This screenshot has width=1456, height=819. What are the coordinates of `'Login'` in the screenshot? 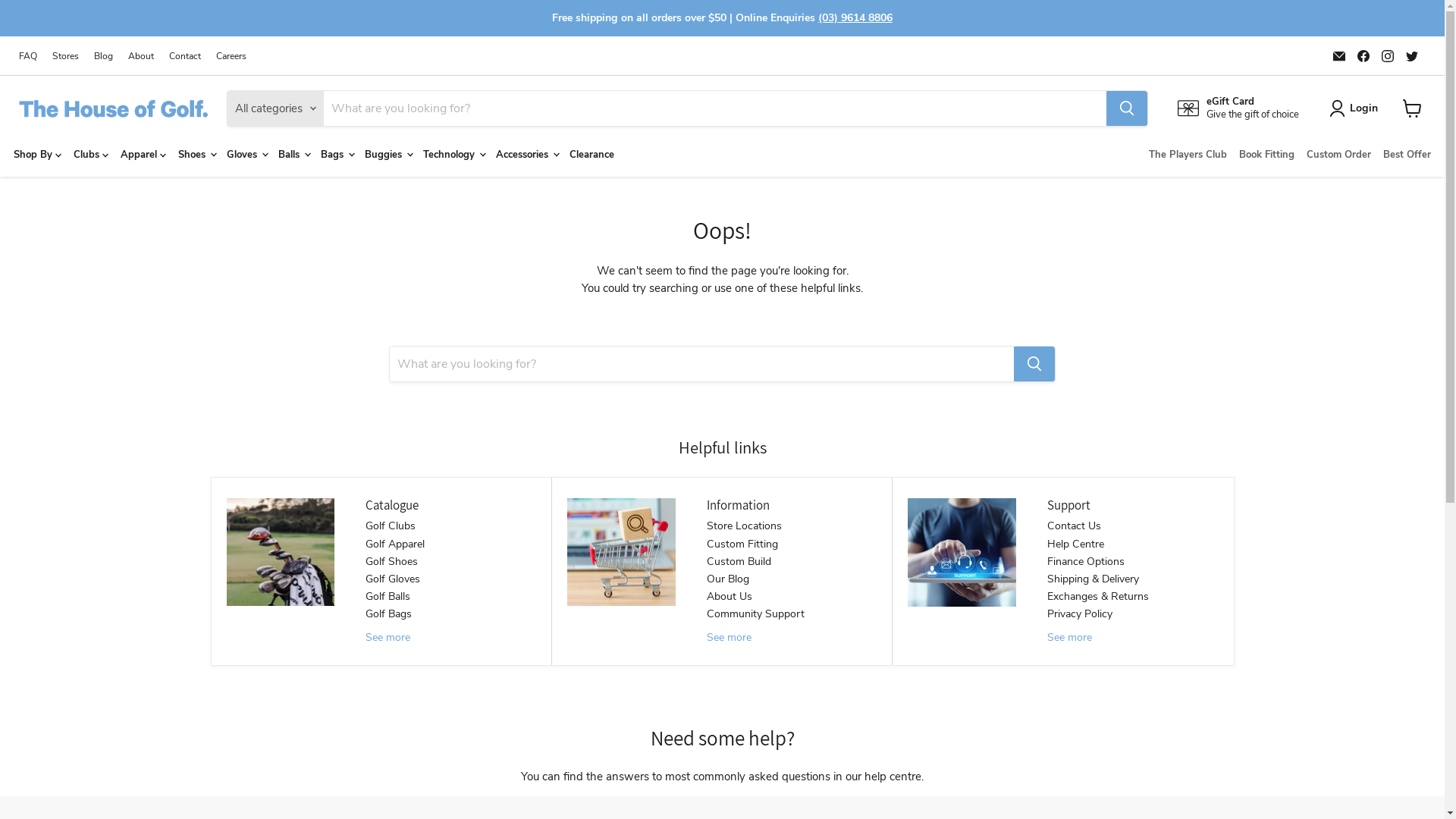 It's located at (1357, 107).